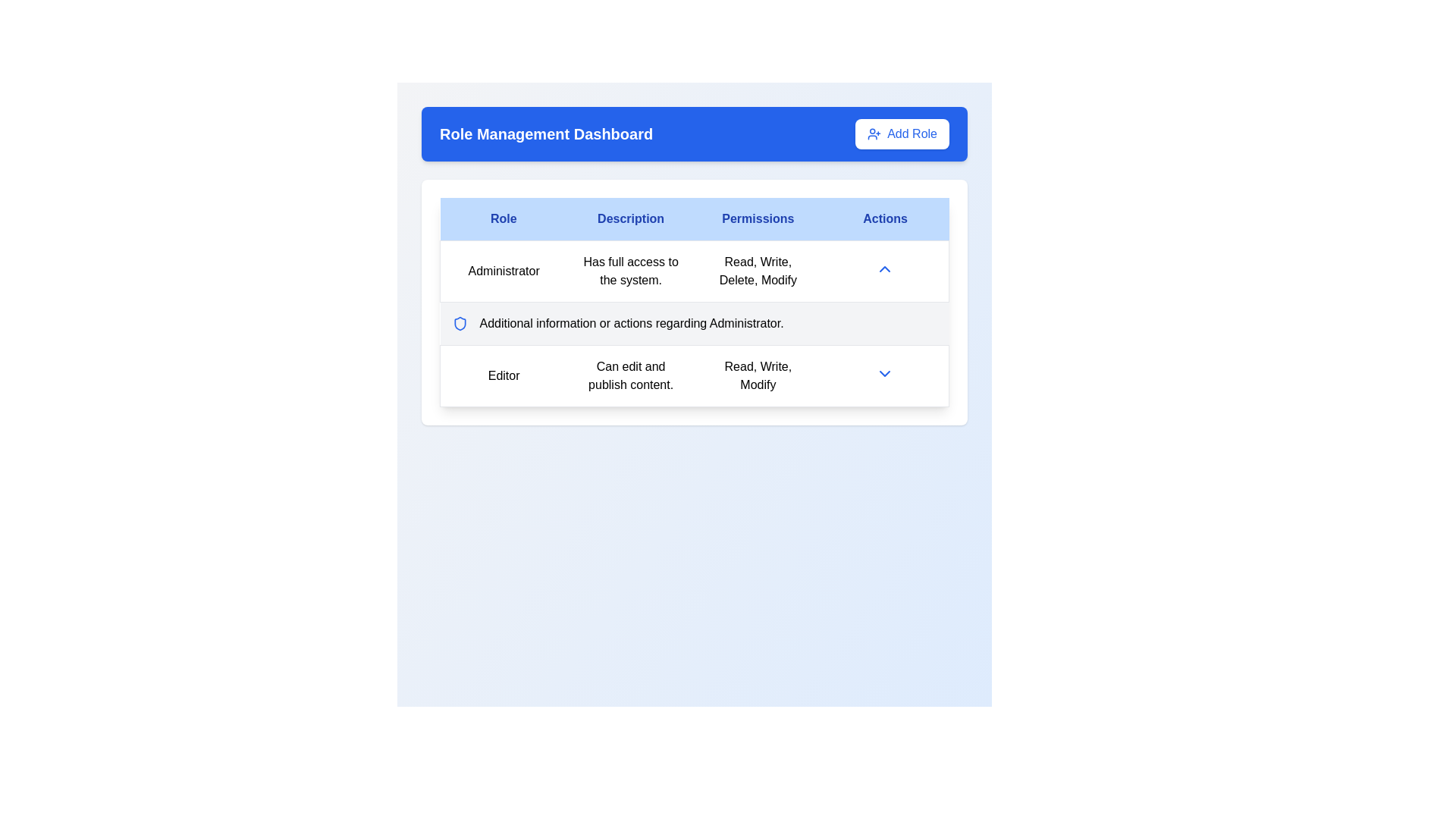 The width and height of the screenshot is (1456, 819). I want to click on the informational text display that lists the permissions associated with the 'Administrator' role, located in the third column of the first row of the table under the 'Permissions' header, so click(758, 271).